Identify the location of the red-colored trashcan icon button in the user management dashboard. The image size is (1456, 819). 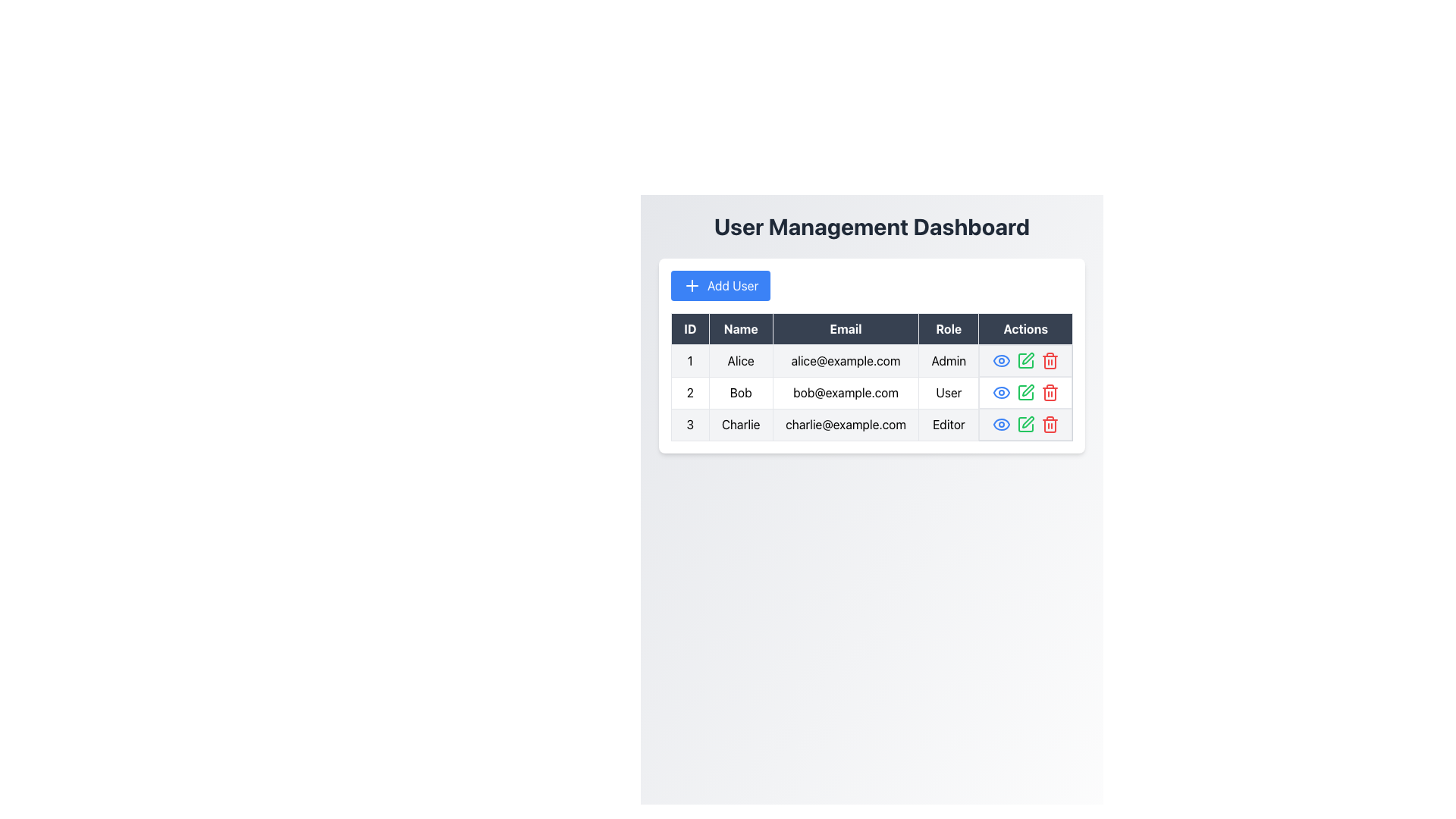
(1049, 360).